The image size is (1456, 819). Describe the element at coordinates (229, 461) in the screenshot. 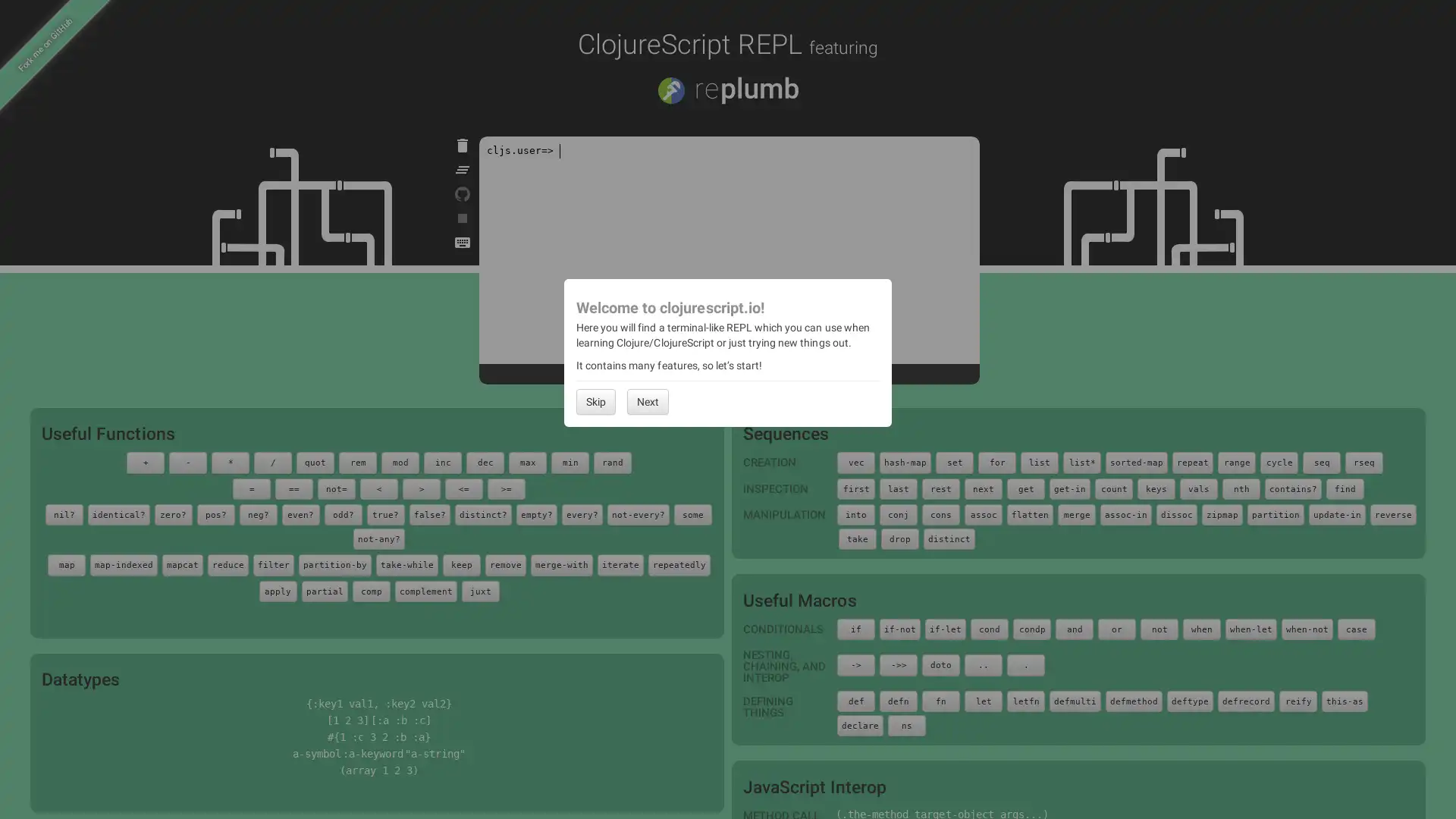

I see `*` at that location.